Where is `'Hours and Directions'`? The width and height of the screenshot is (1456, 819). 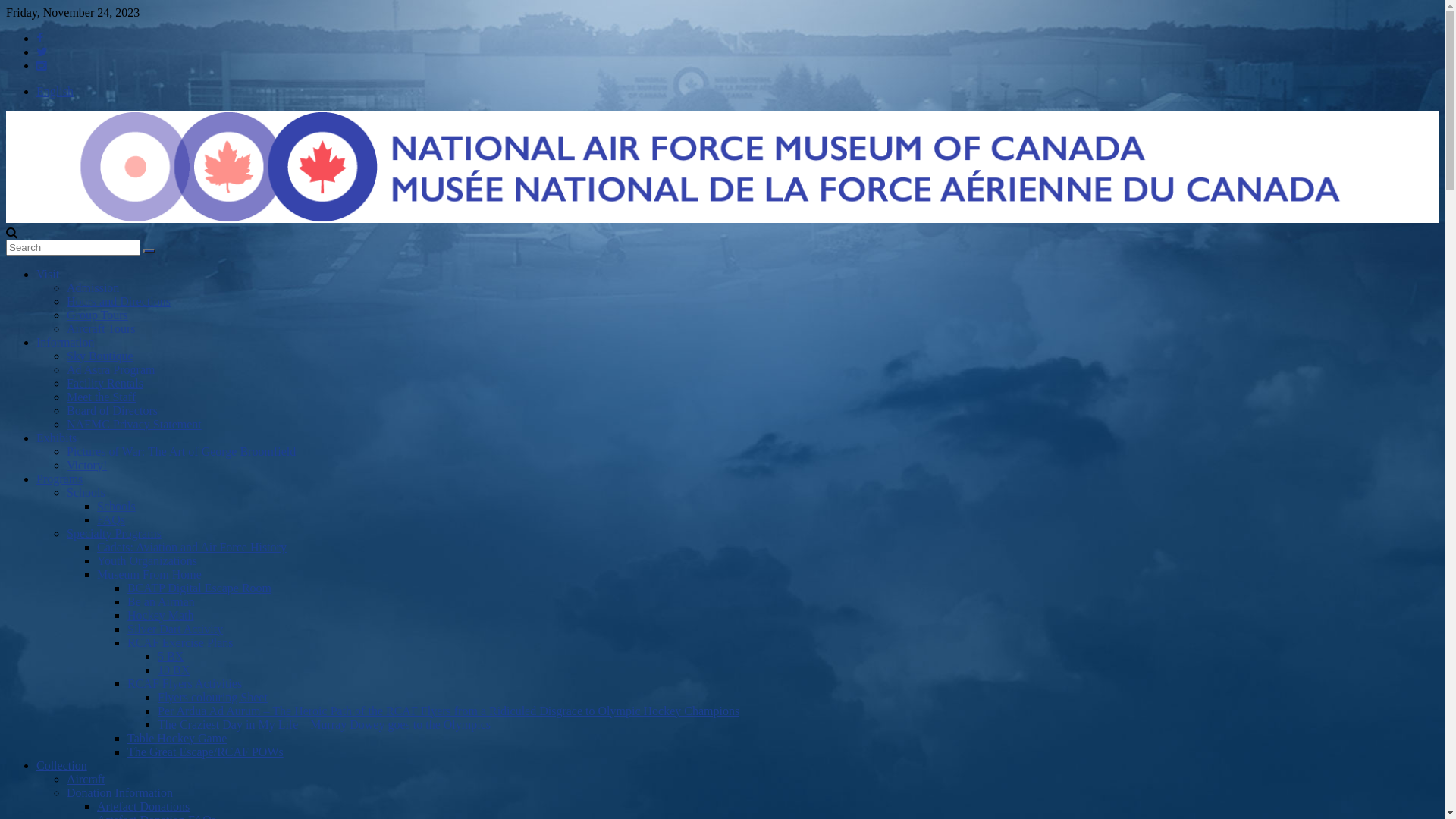 'Hours and Directions' is located at coordinates (118, 301).